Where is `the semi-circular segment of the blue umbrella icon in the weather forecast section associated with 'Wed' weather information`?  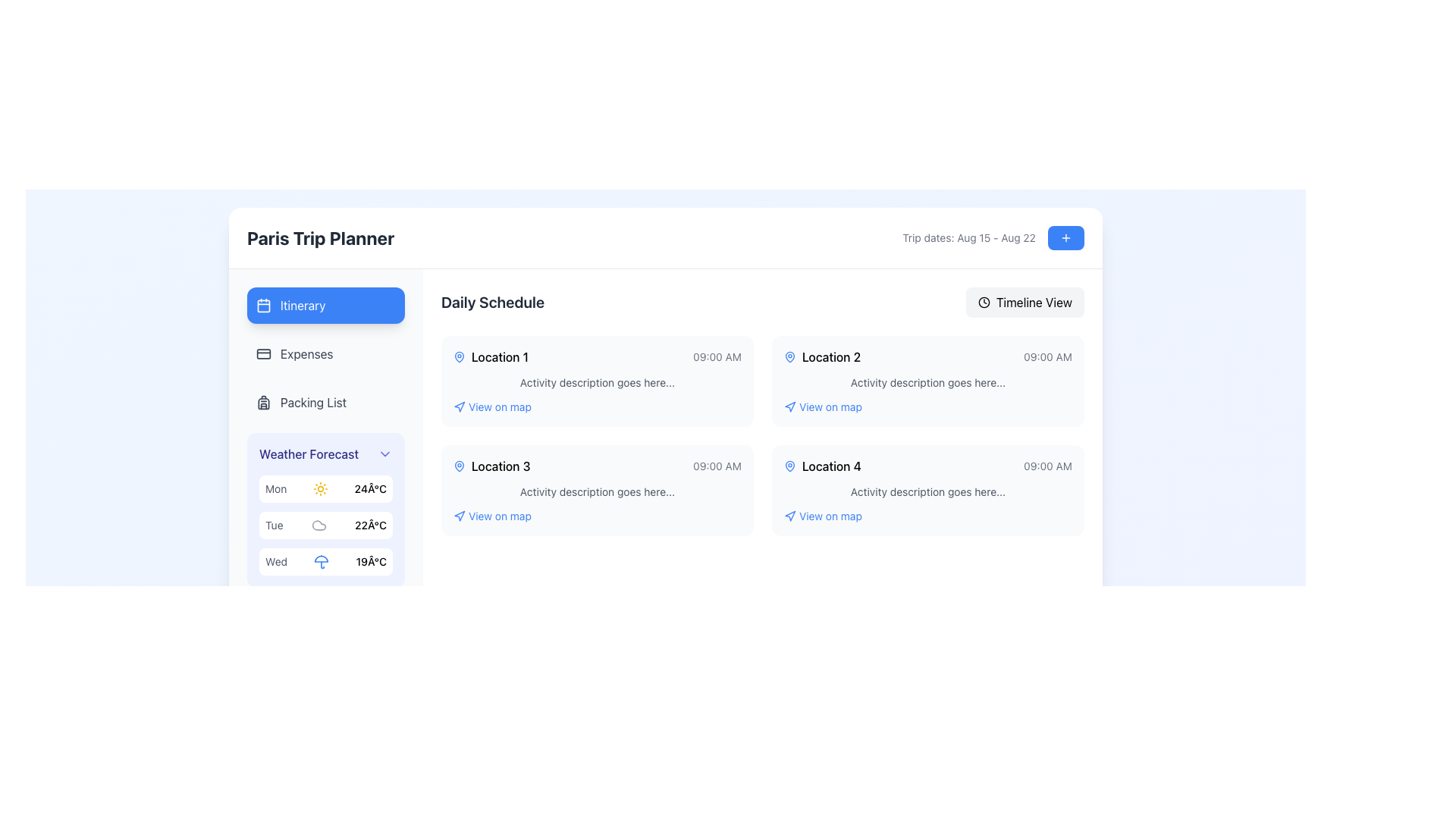
the semi-circular segment of the blue umbrella icon in the weather forecast section associated with 'Wed' weather information is located at coordinates (321, 559).